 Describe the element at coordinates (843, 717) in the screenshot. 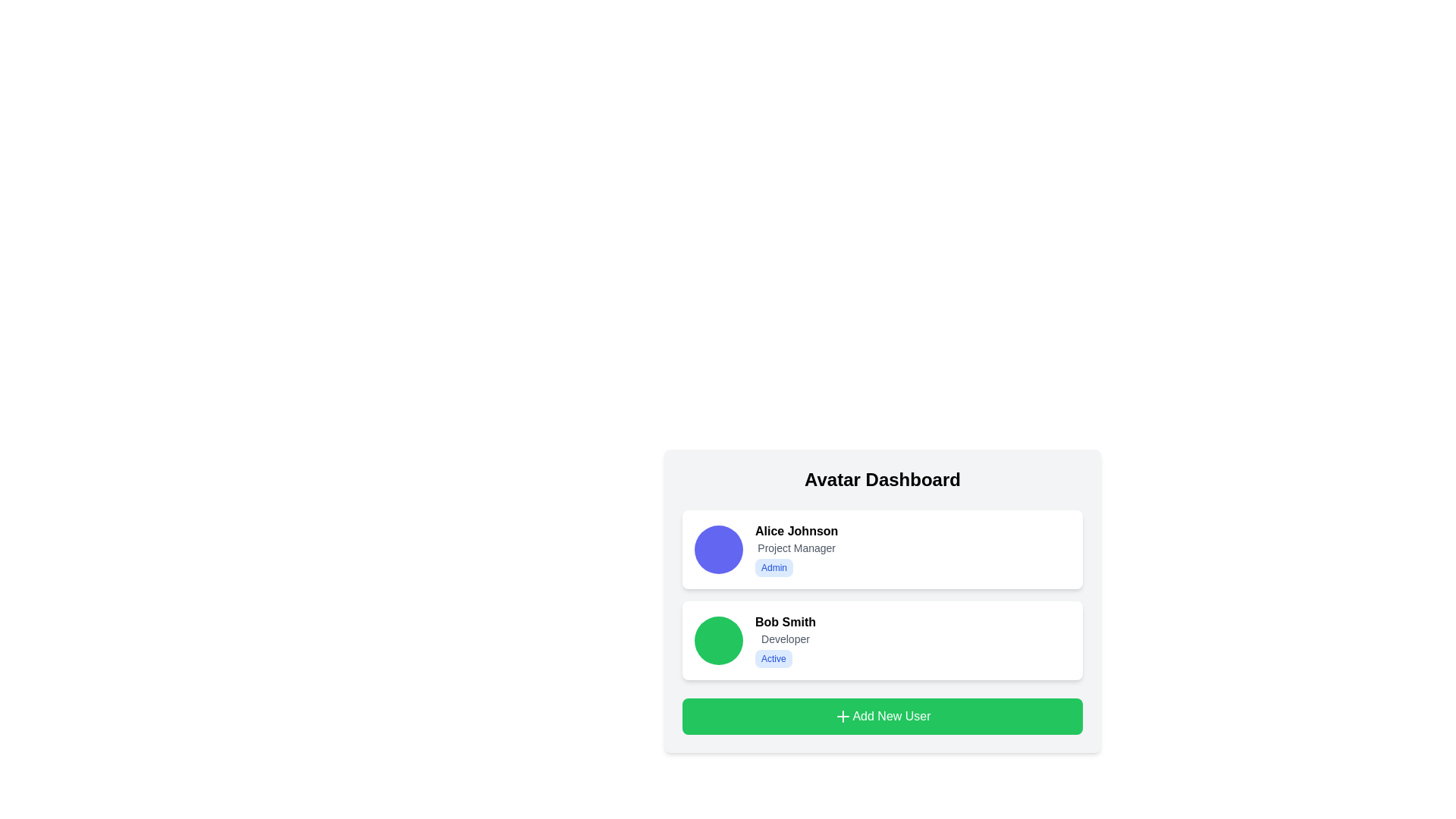

I see `the plus icon within the green button labeled 'Add New User'` at that location.